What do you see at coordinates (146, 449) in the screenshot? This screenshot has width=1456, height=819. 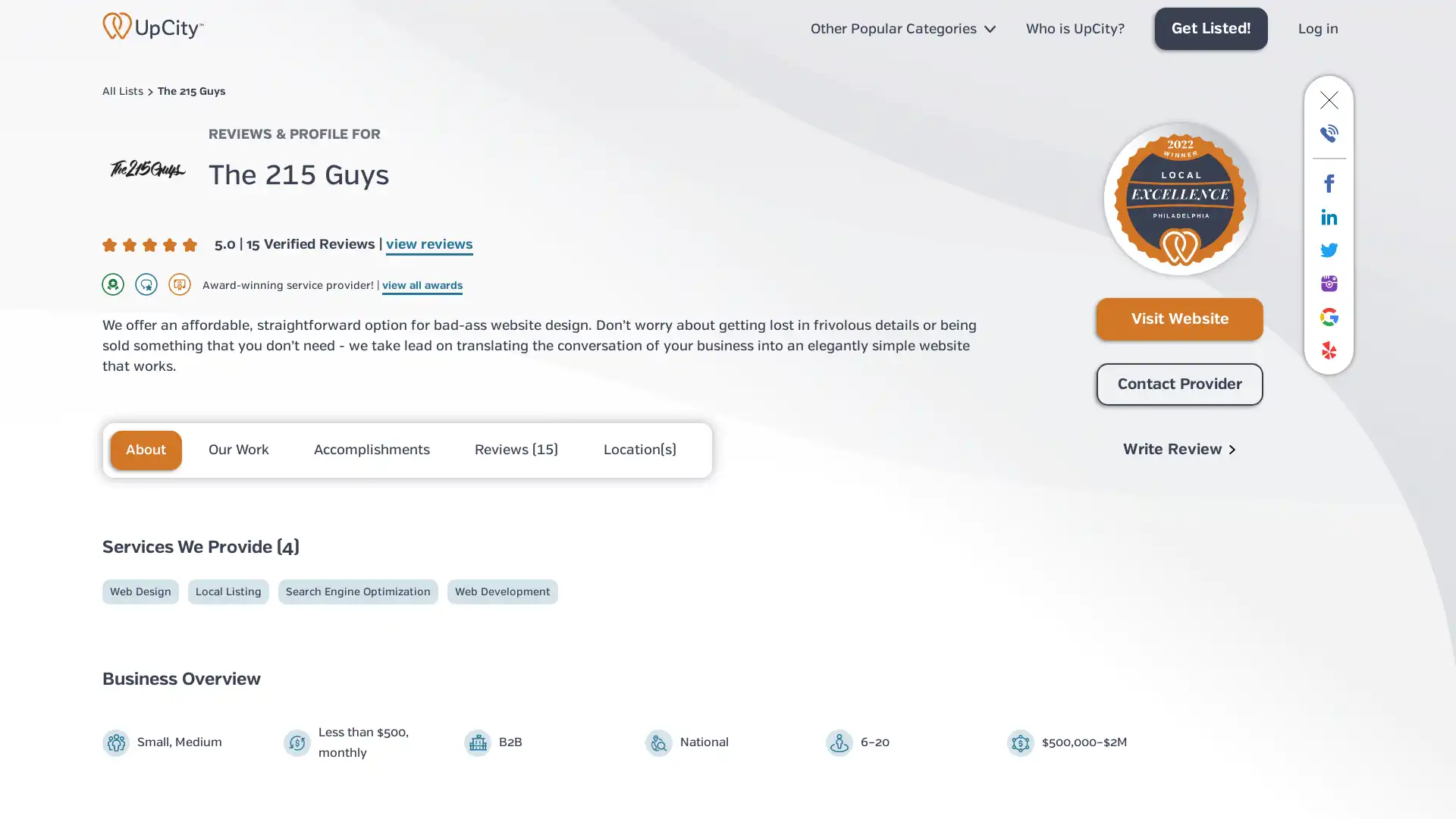 I see `About` at bounding box center [146, 449].